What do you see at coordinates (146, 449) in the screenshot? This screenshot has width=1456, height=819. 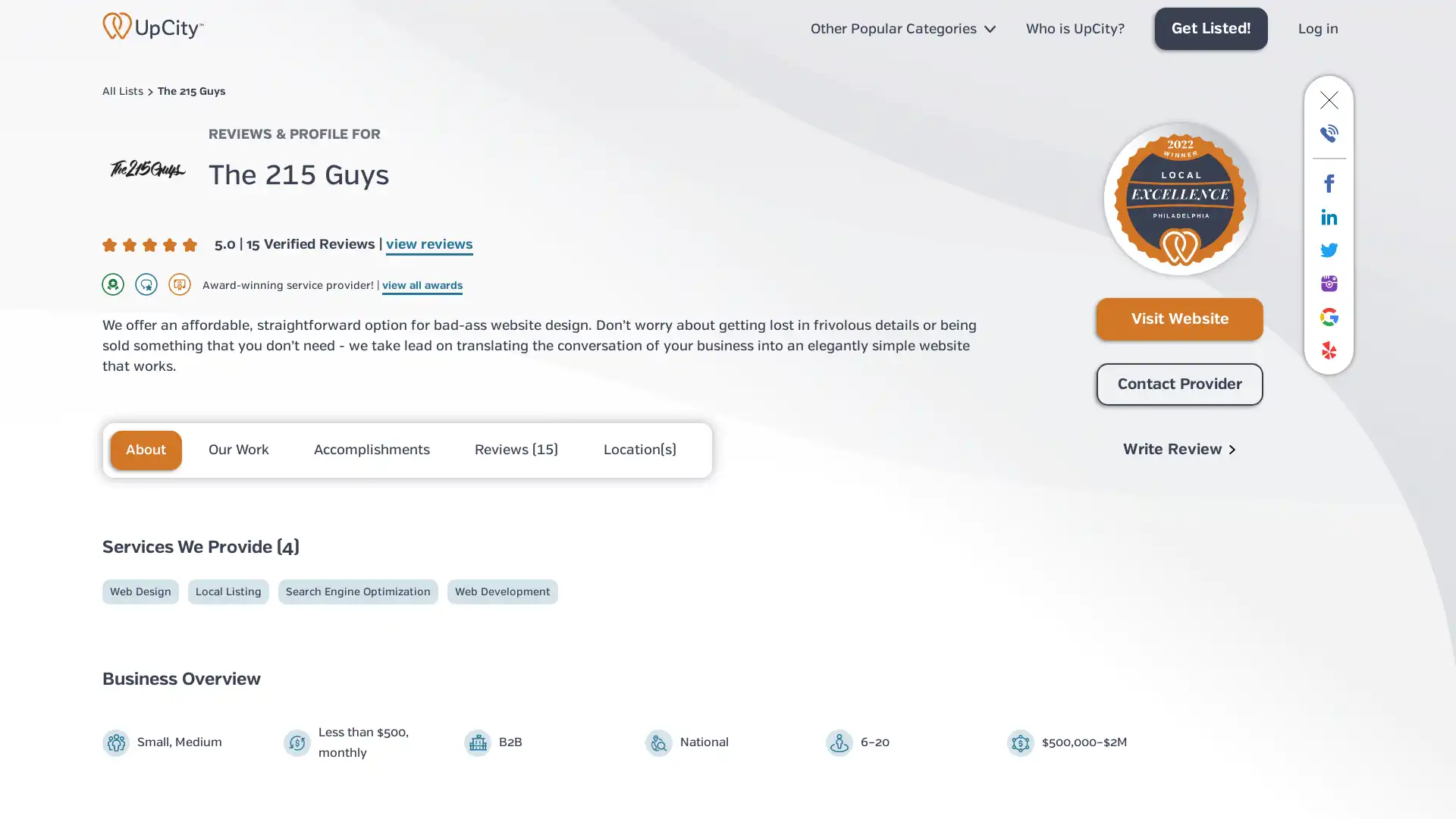 I see `About` at bounding box center [146, 449].